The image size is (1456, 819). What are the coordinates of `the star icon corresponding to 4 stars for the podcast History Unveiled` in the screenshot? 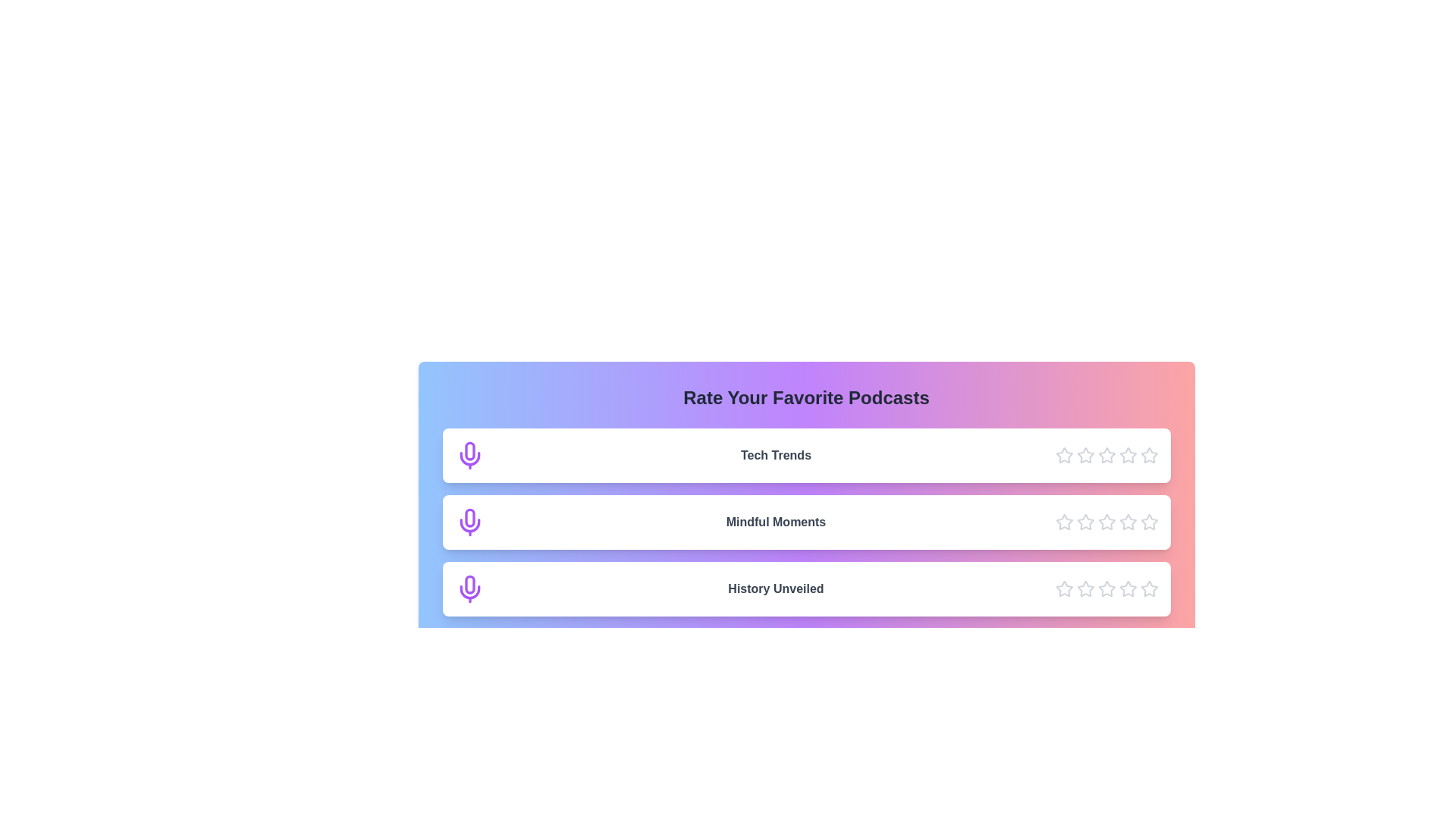 It's located at (1128, 588).